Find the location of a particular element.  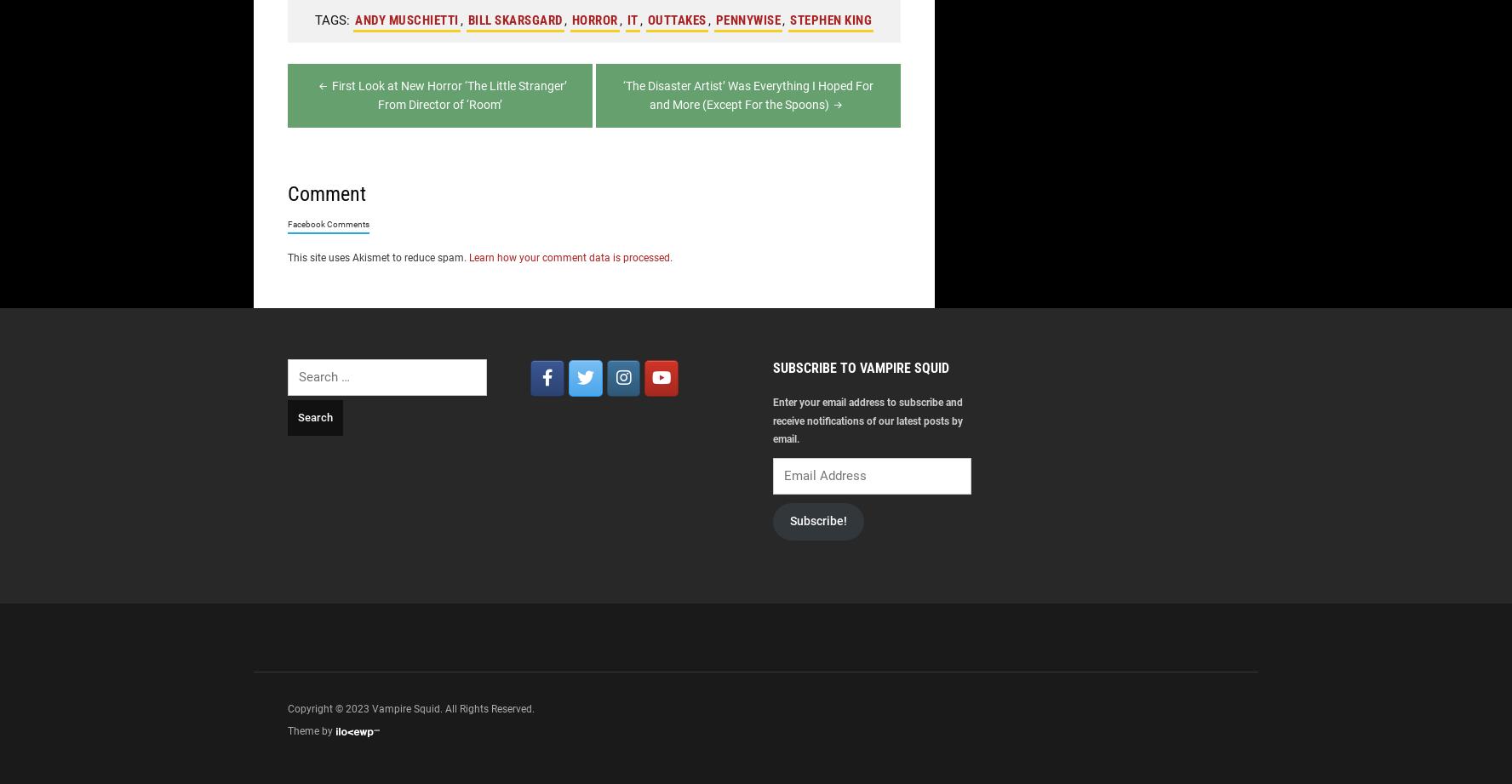

'Facebook Comments' is located at coordinates (286, 222).